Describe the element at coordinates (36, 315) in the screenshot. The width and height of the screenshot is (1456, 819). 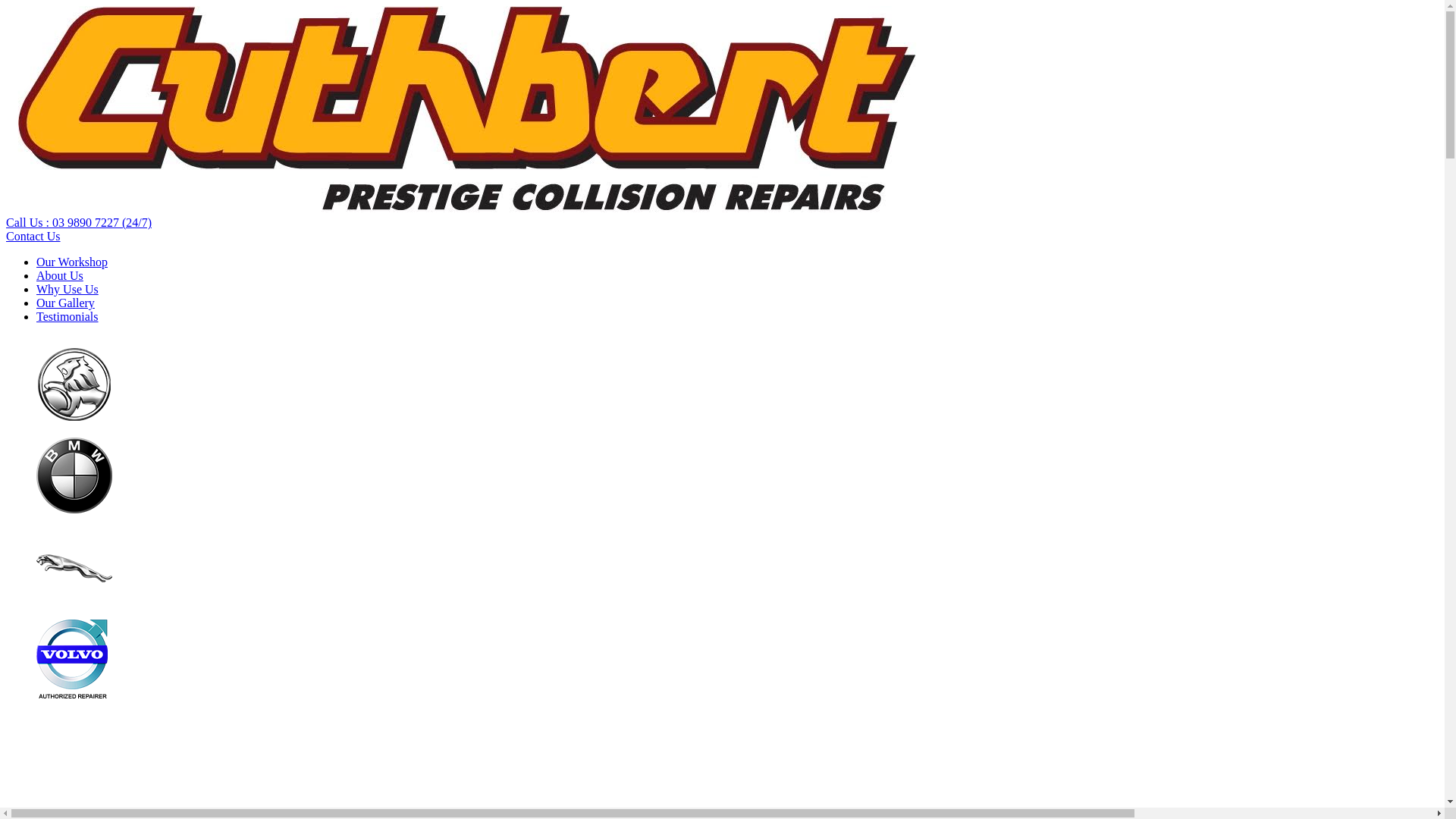
I see `'Testimonials'` at that location.